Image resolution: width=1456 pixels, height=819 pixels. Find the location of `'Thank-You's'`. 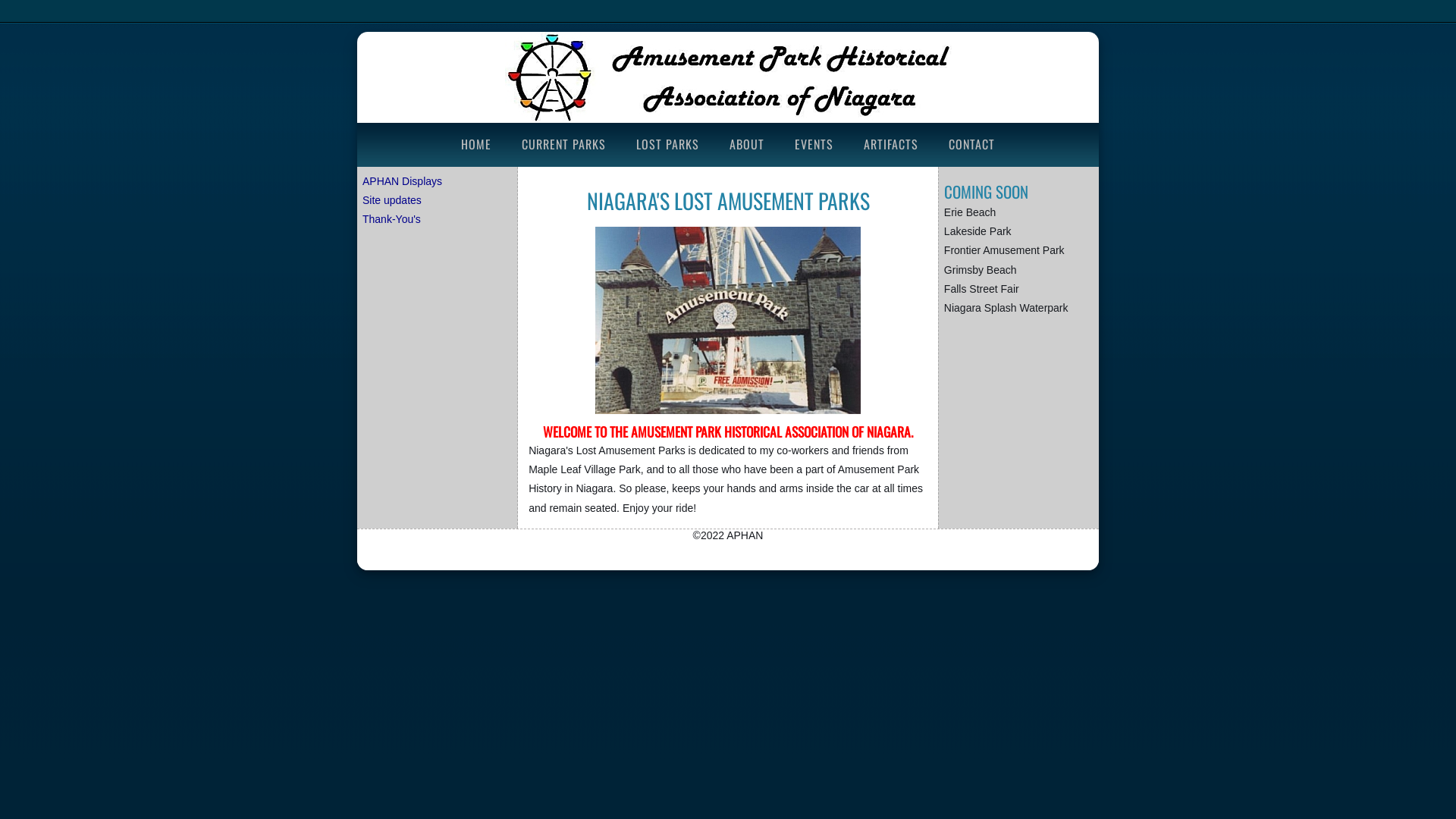

'Thank-You's' is located at coordinates (391, 219).